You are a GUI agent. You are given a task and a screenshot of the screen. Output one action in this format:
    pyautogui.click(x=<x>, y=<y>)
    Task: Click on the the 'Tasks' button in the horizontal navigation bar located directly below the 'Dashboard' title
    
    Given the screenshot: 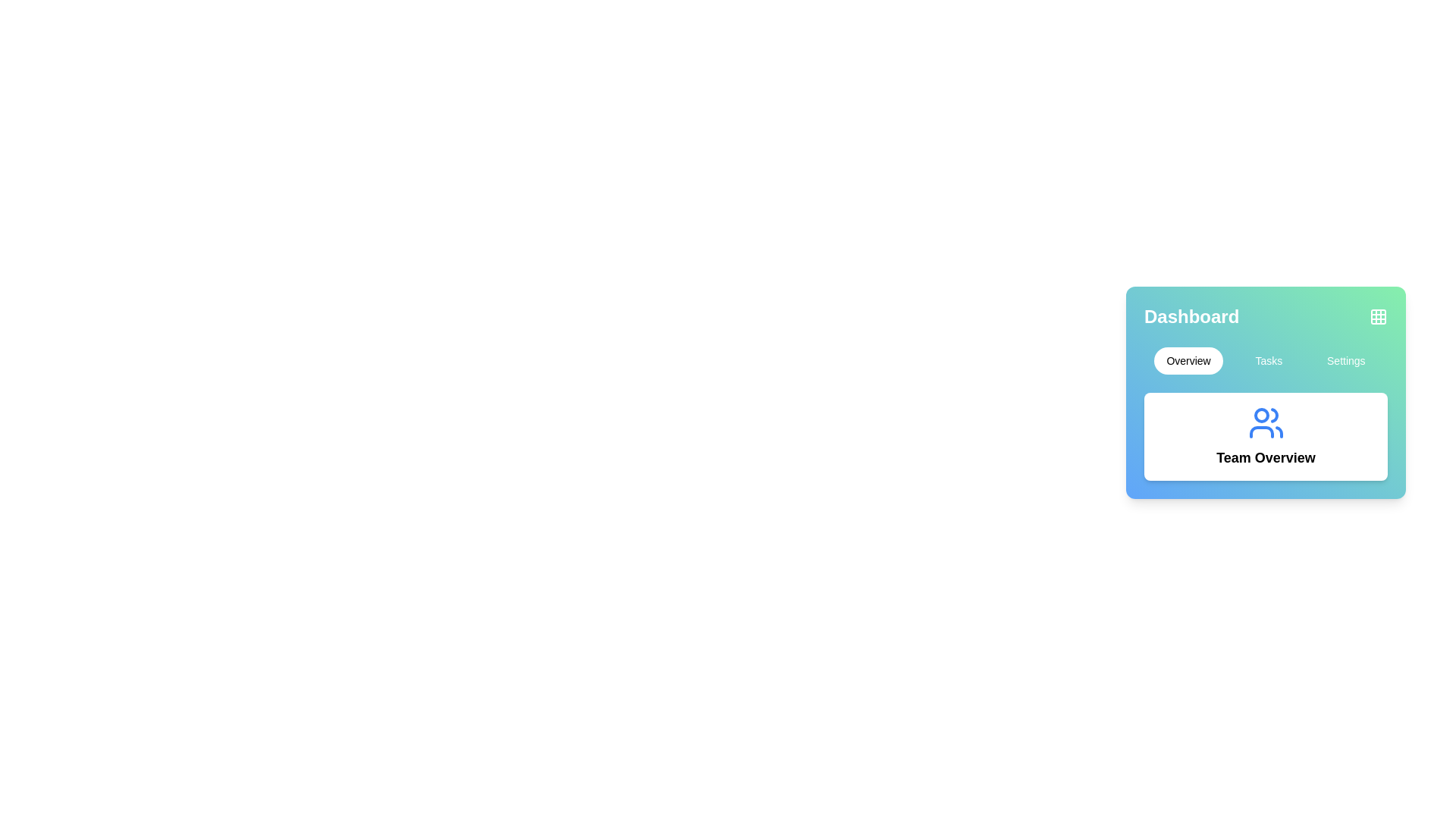 What is the action you would take?
    pyautogui.click(x=1266, y=360)
    